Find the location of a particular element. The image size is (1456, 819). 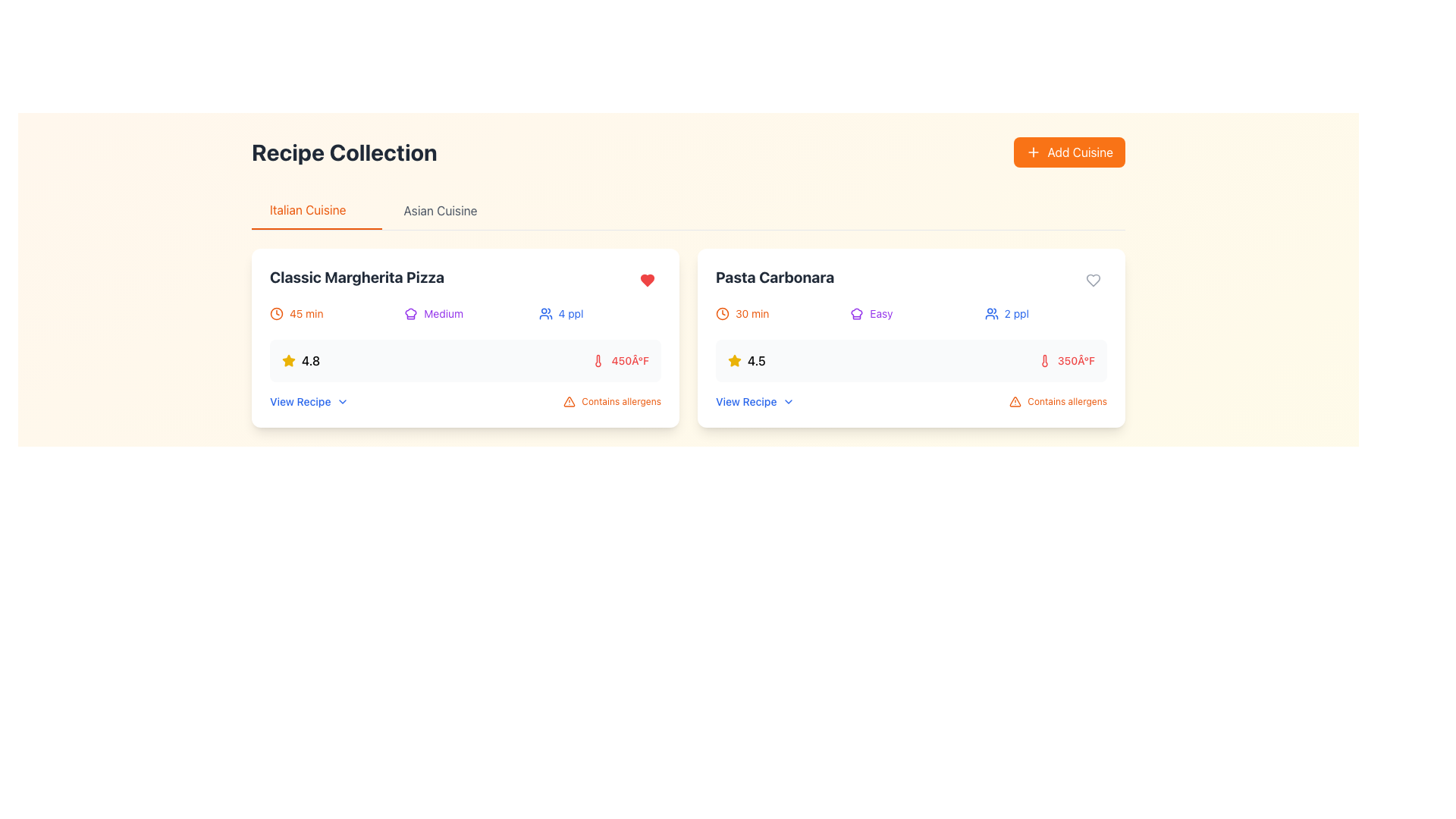

the allergen warning label located in the bottom-right corner of the 'Pasta Carbonara' dish card, adjacent to the orange triangle warning icon is located at coordinates (621, 400).